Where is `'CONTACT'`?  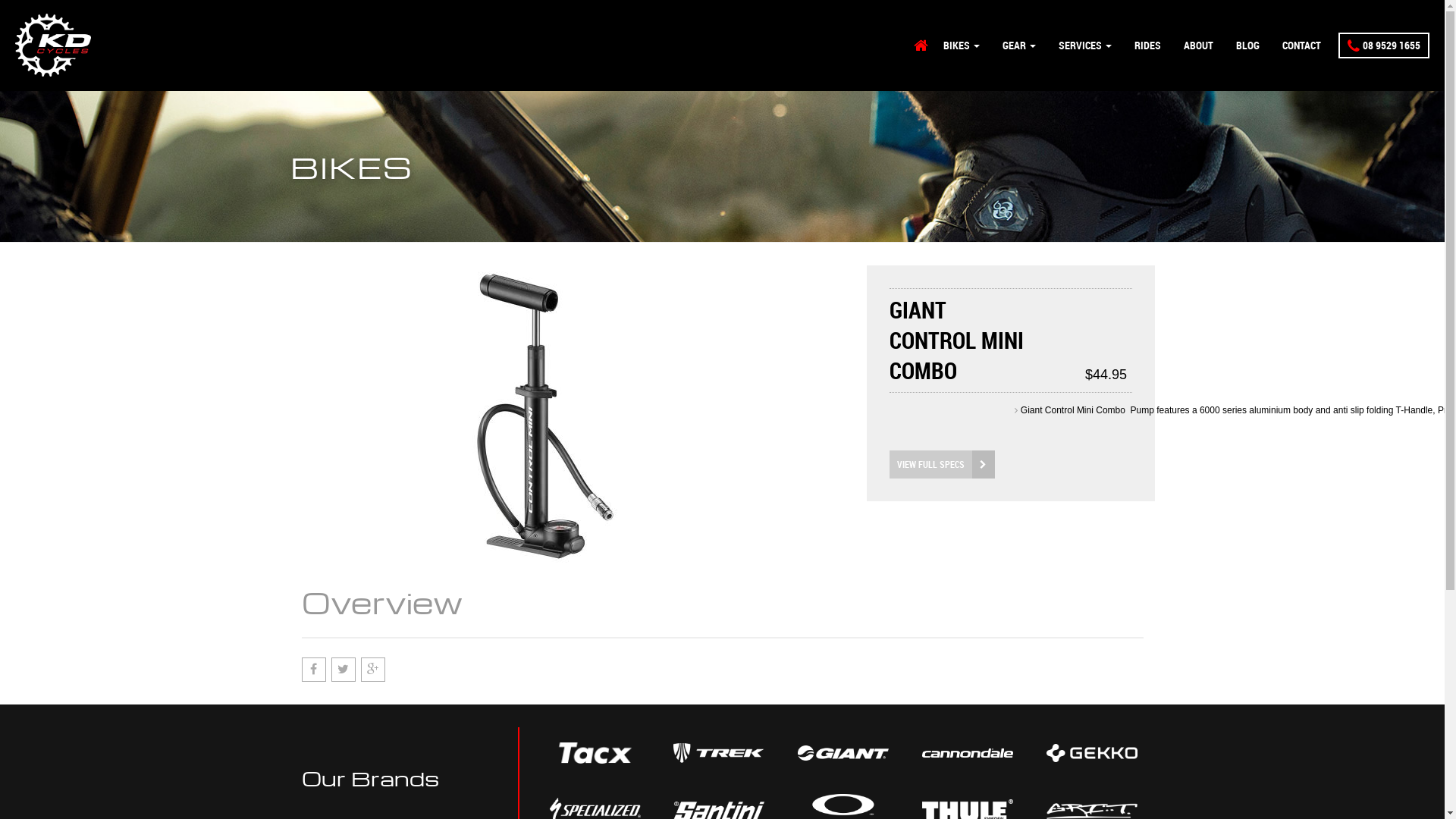 'CONTACT' is located at coordinates (1270, 45).